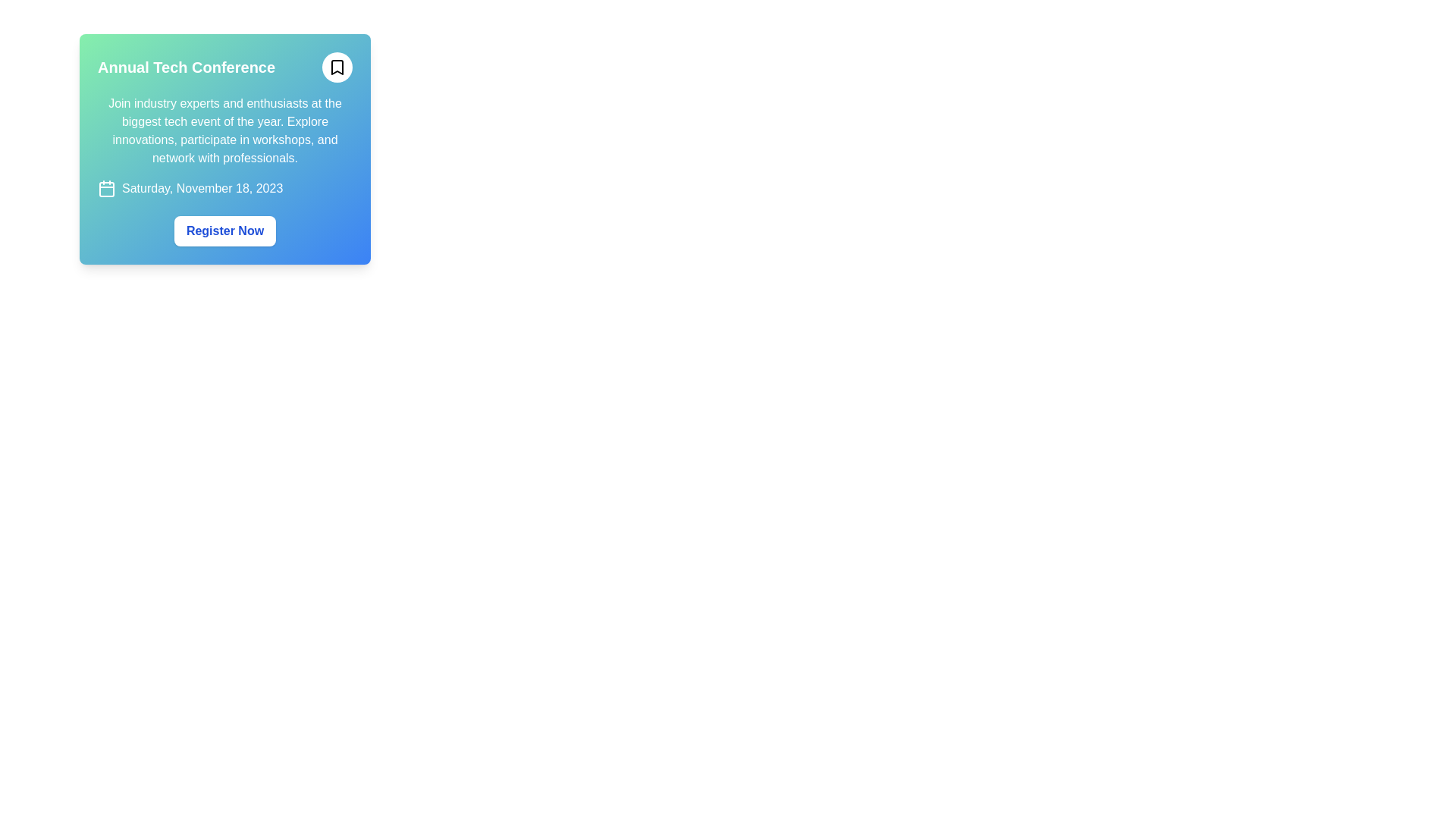  I want to click on bookmark-shaped icon with a black outline and transparent interior located at the top-right corner of the blue card titled 'Annual Tech Conference', so click(337, 66).